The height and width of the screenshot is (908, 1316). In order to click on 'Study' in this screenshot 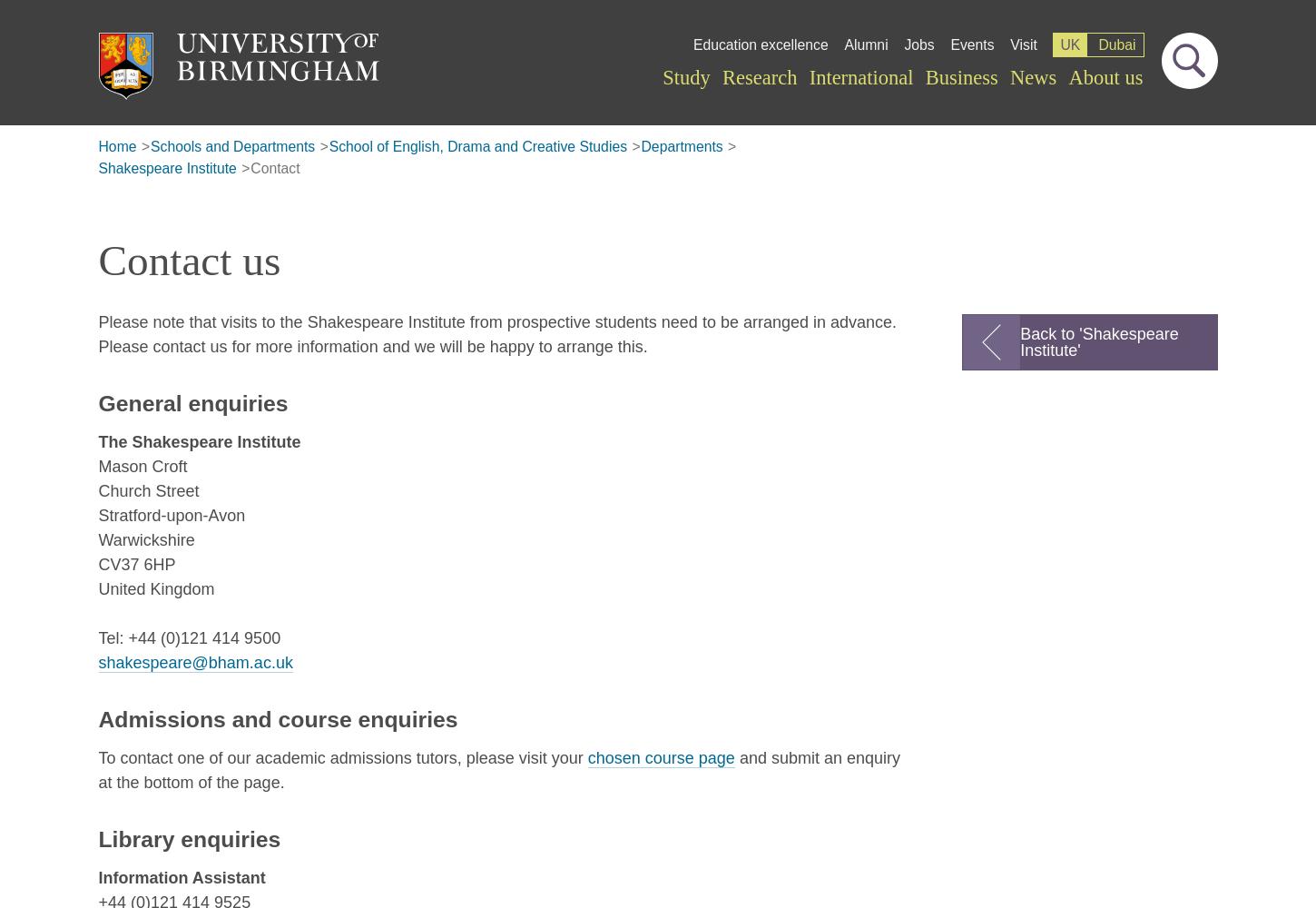, I will do `click(662, 75)`.